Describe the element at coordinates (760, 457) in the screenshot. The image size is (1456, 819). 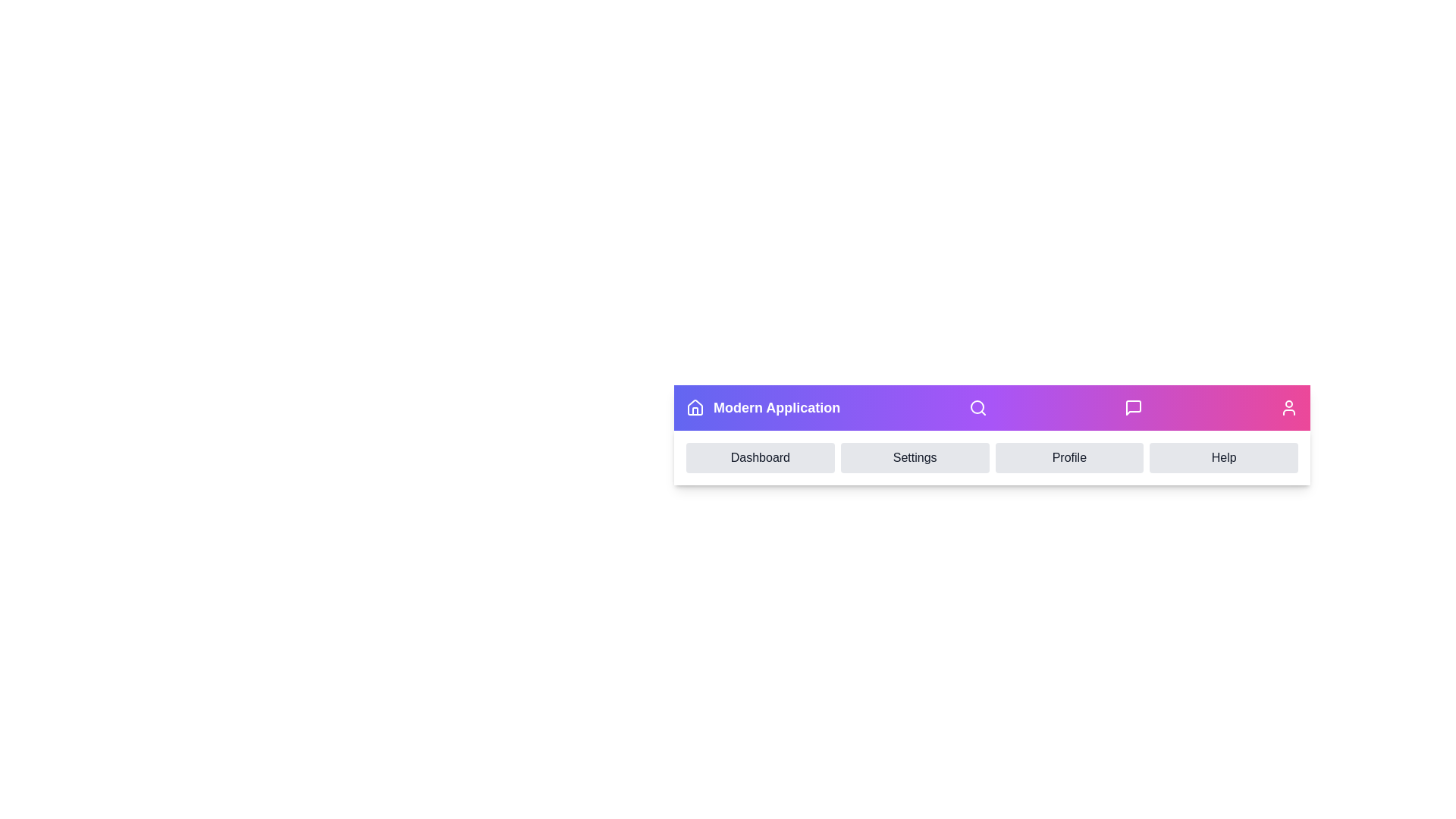
I see `the menu item Dashboard in the navigation menu` at that location.